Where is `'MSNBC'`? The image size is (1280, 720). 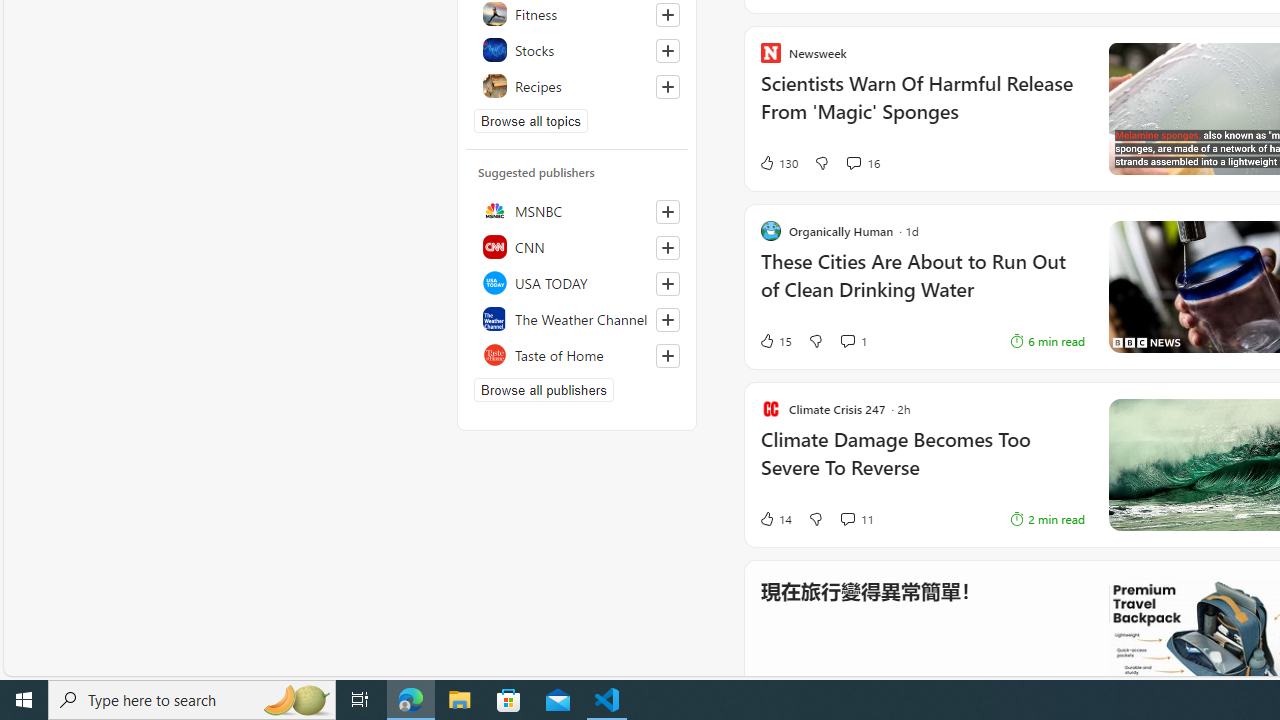
'MSNBC' is located at coordinates (576, 210).